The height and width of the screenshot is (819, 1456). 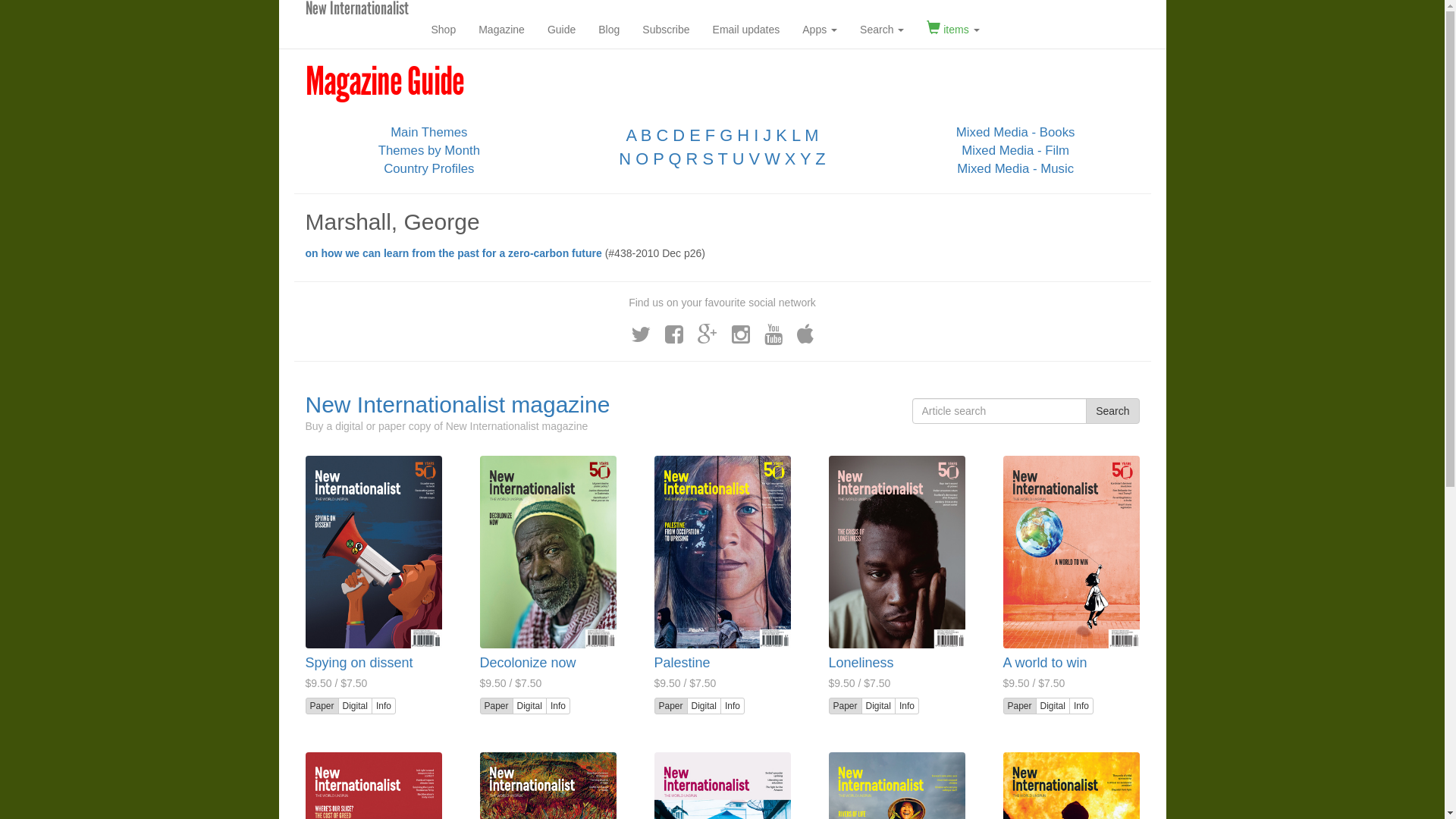 What do you see at coordinates (654, 662) in the screenshot?
I see `'Palestine'` at bounding box center [654, 662].